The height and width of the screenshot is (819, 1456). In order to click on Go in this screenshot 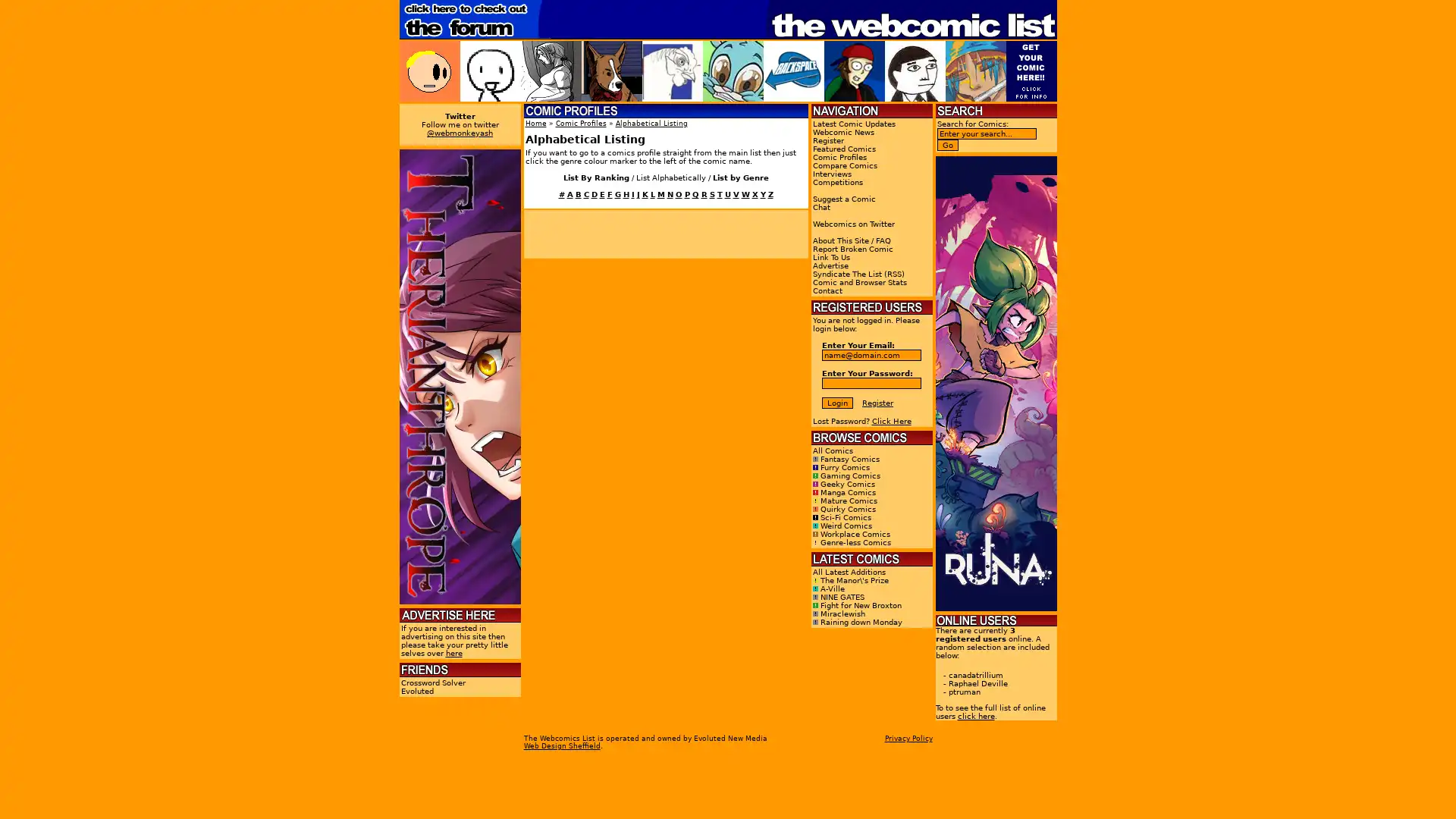, I will do `click(946, 145)`.